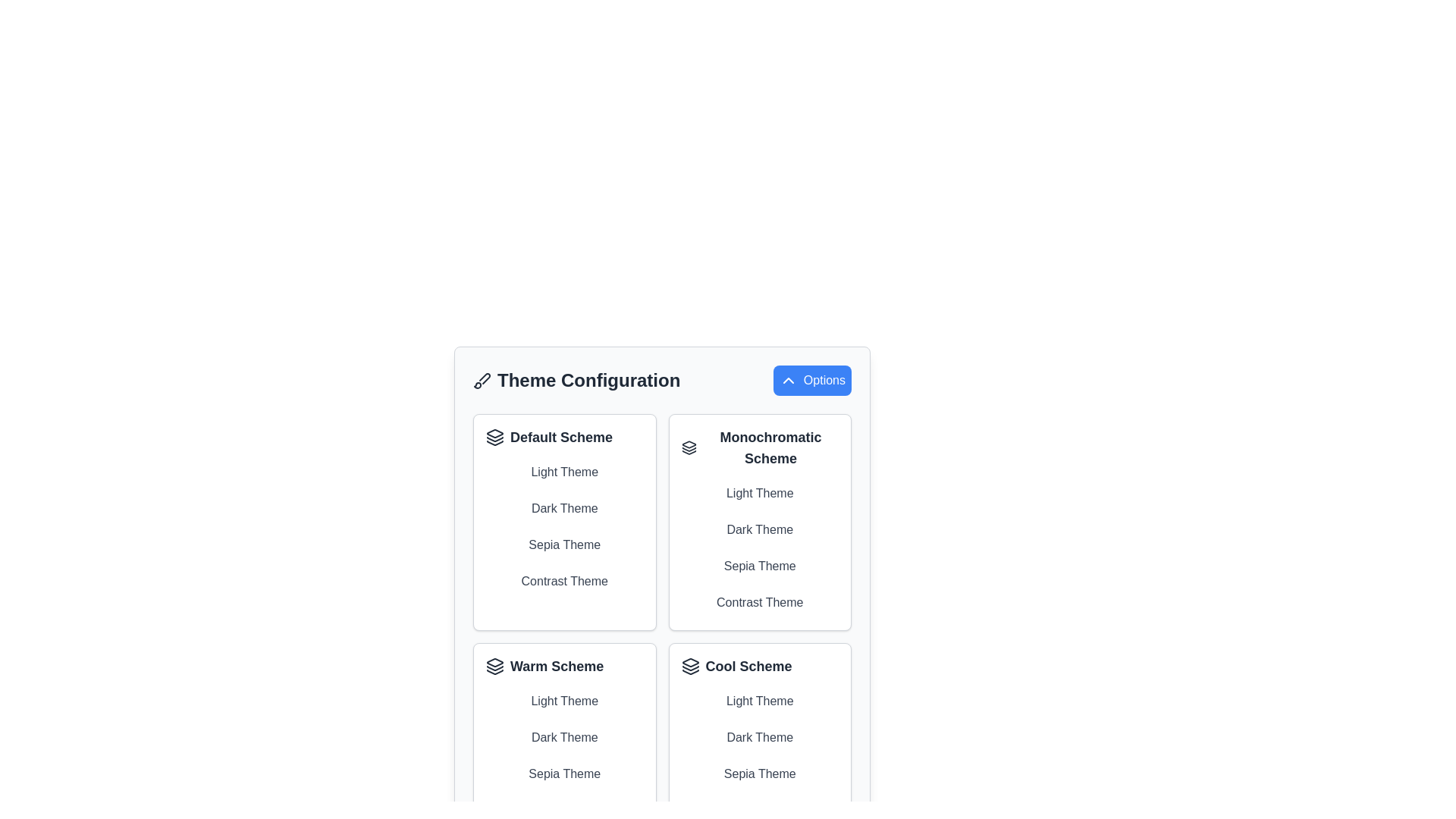 Image resolution: width=1456 pixels, height=819 pixels. I want to click on the 'Monochromatic Scheme' text header or its accompanying icon, so click(760, 447).